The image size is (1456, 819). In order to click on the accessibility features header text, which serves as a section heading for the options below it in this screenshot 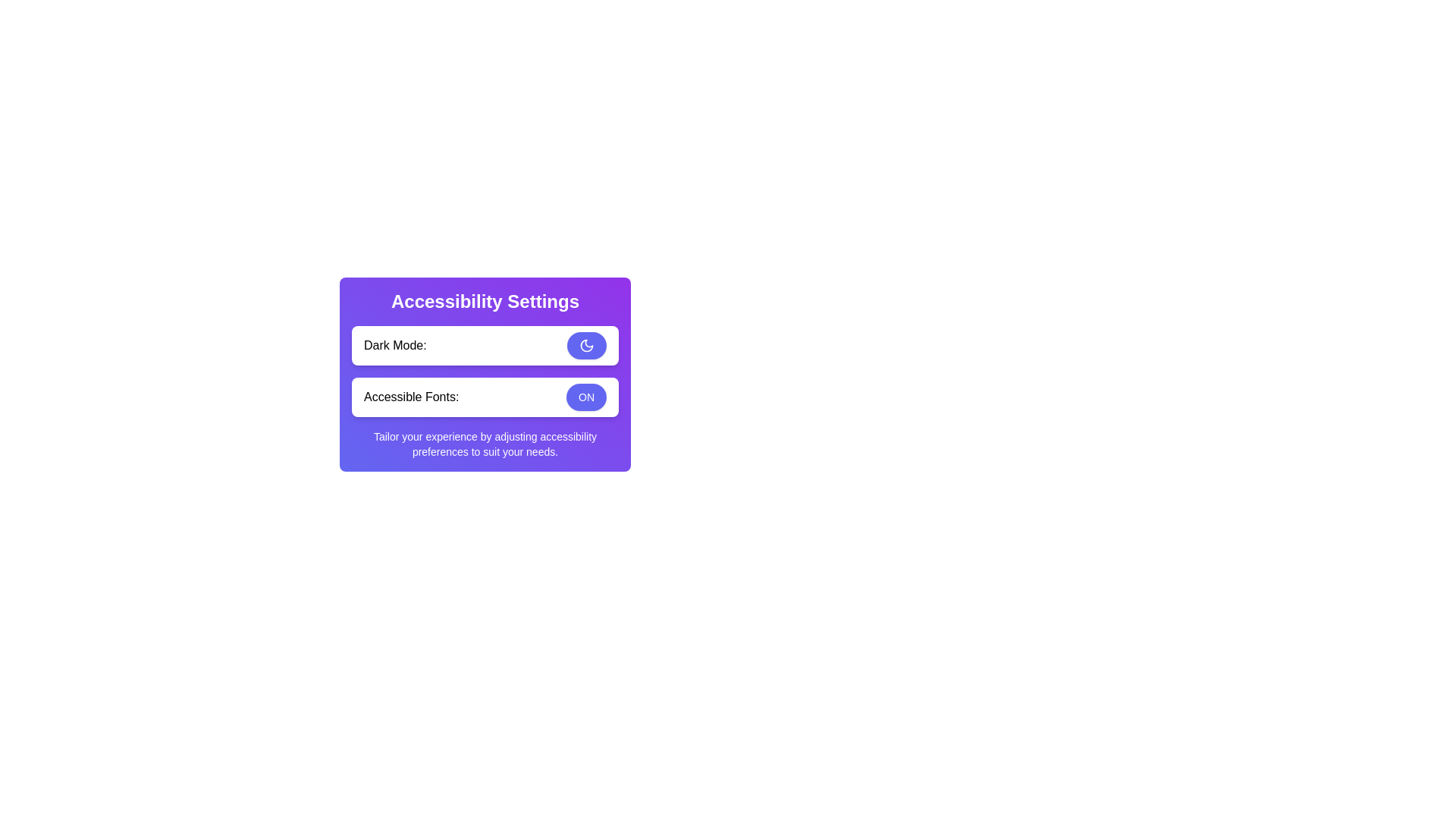, I will do `click(484, 301)`.